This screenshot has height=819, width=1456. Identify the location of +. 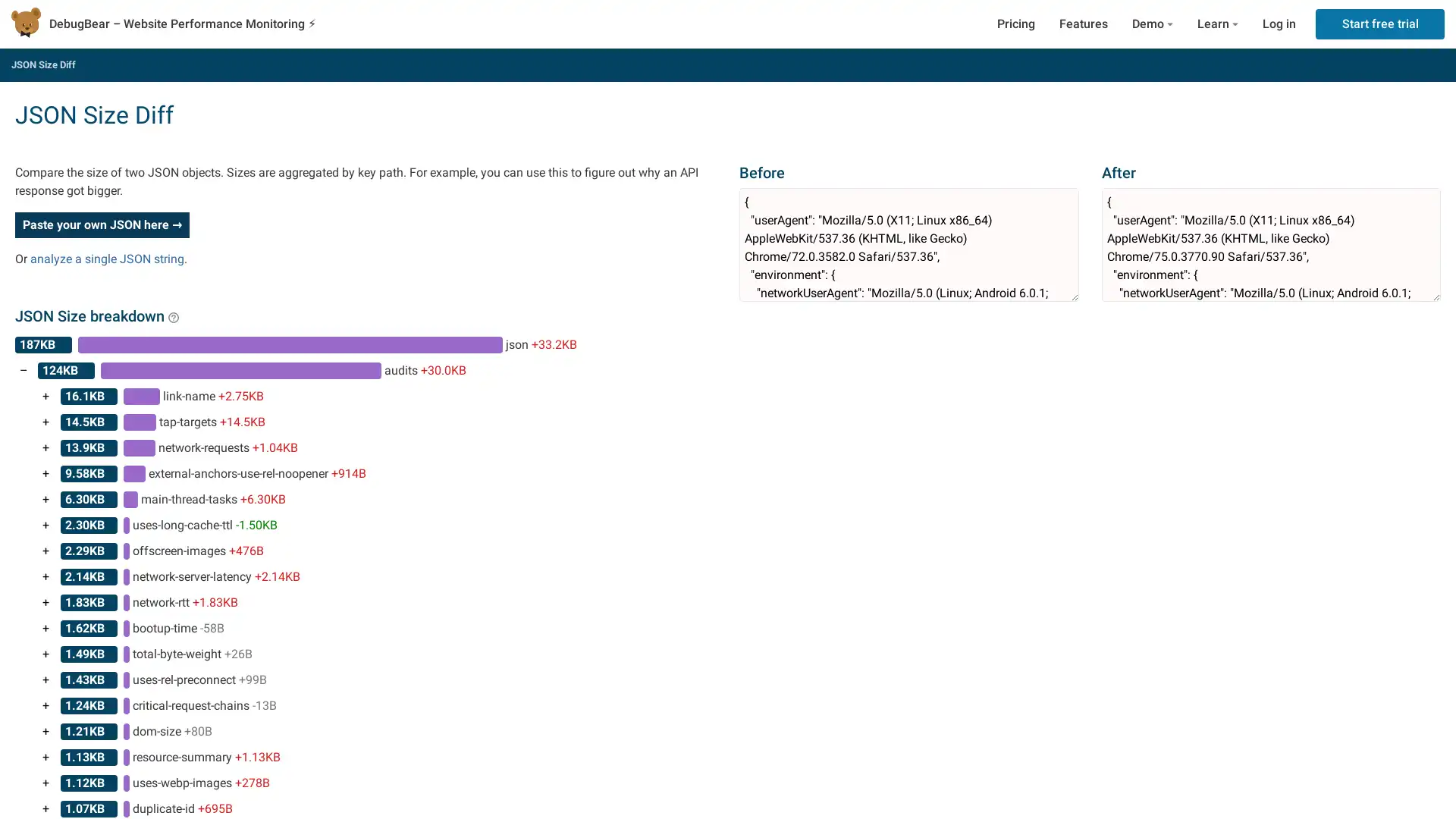
(45, 629).